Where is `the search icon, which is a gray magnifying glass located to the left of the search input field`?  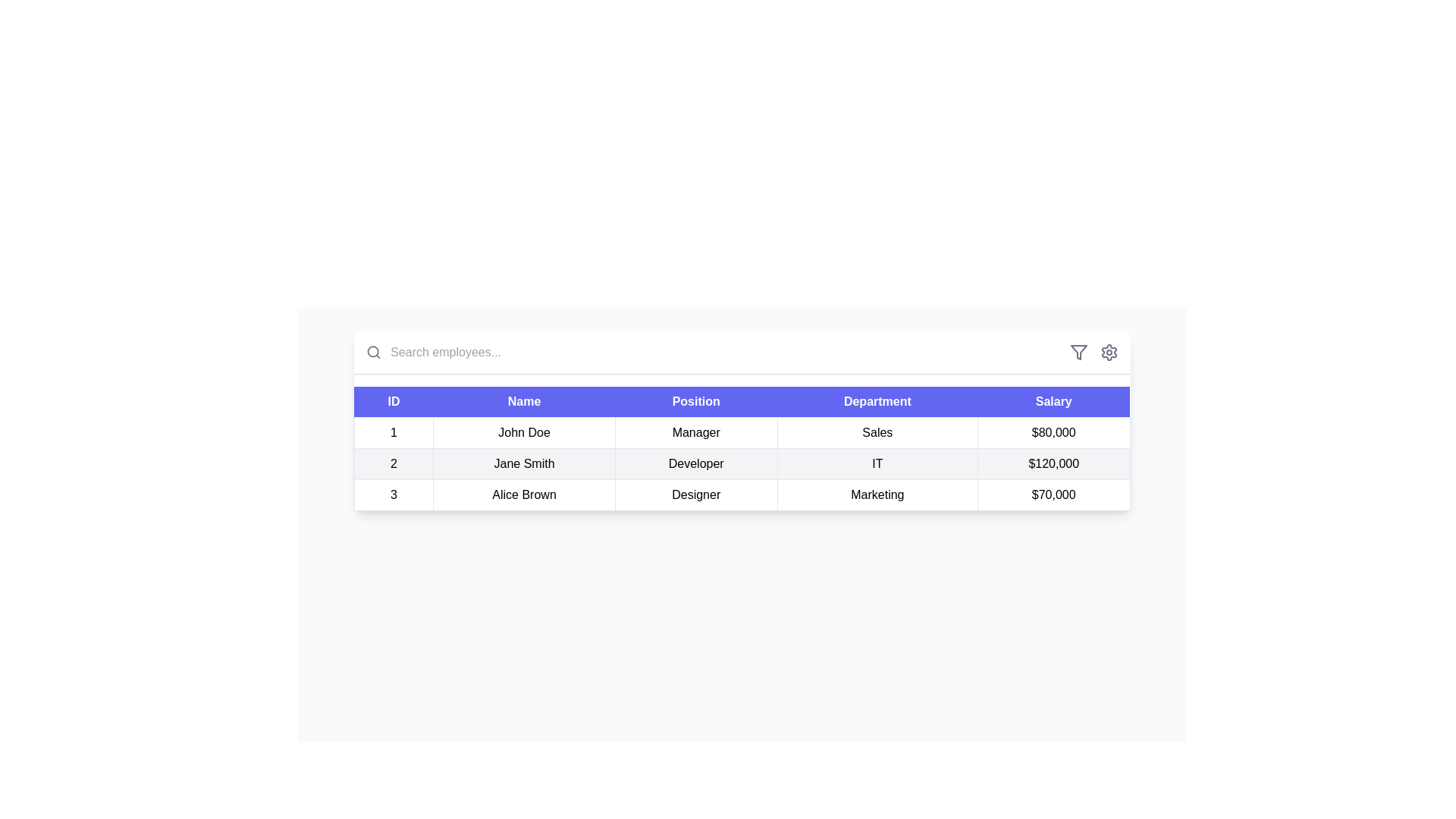 the search icon, which is a gray magnifying glass located to the left of the search input field is located at coordinates (373, 353).